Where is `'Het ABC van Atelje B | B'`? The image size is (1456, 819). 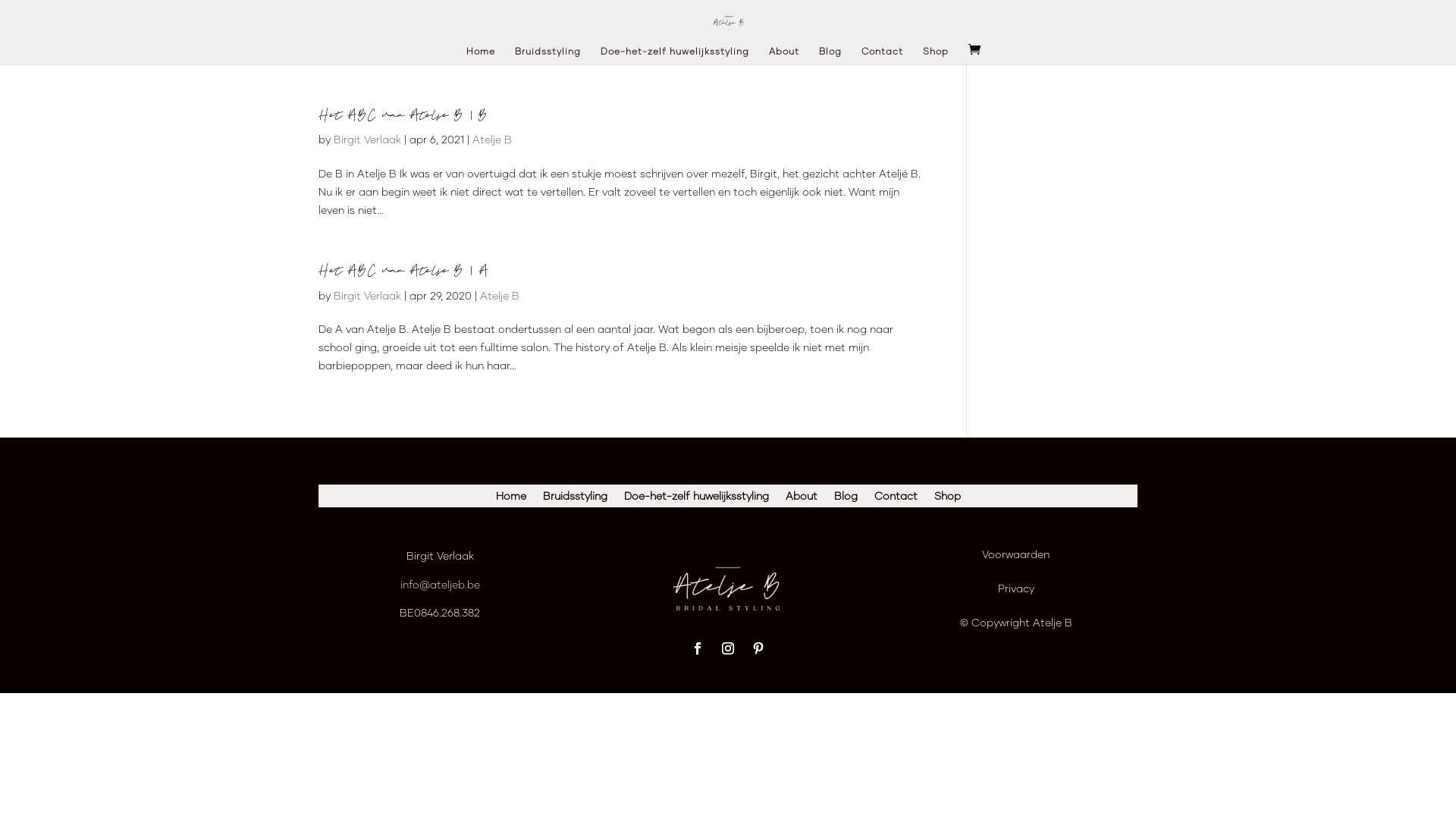
'Het ABC van Atelje B | B' is located at coordinates (403, 114).